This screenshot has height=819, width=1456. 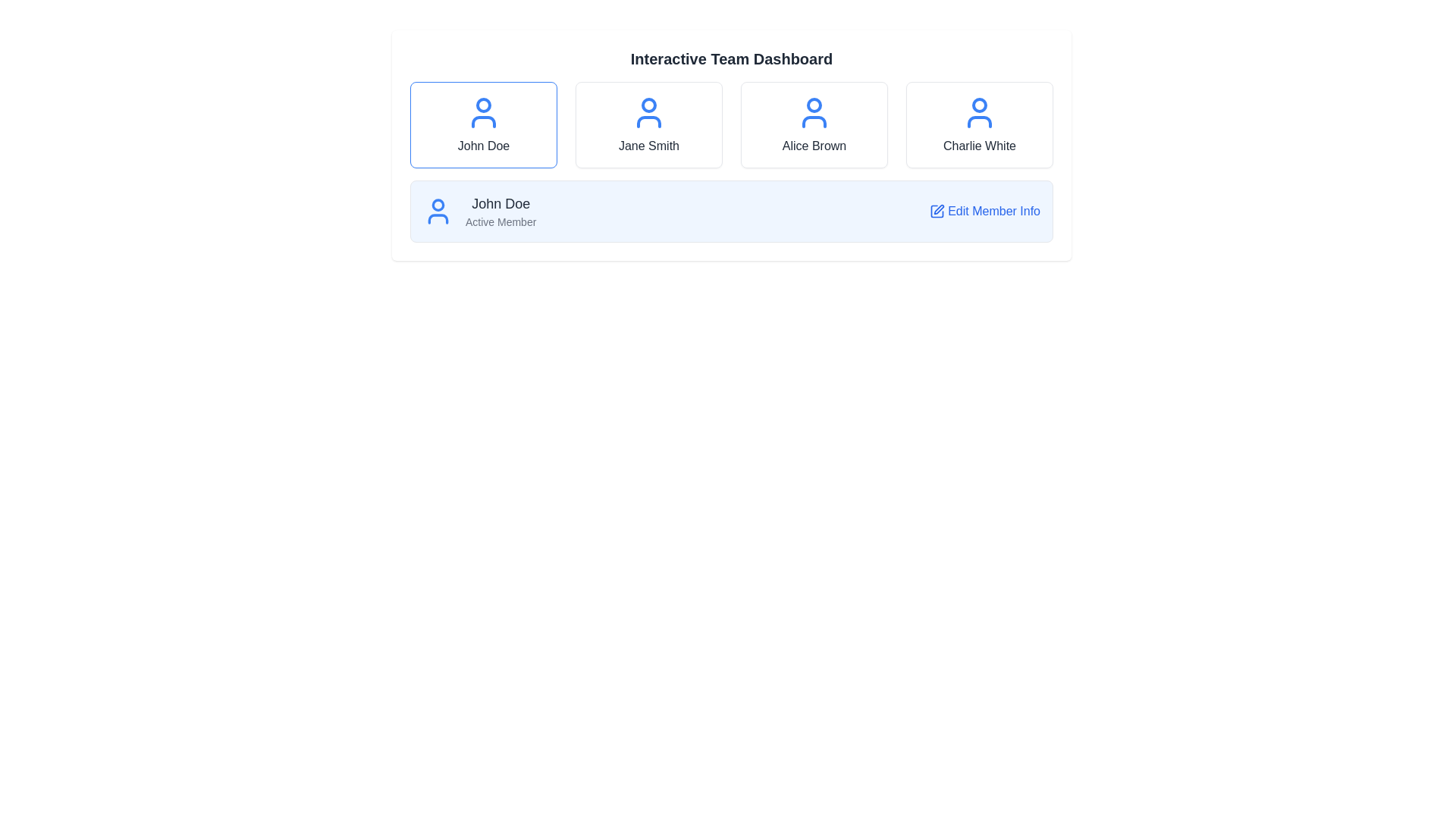 I want to click on the blue 'Edit Member Info' hyperlink with a pen icon located in the highlighted card section for user 'John Doe', so click(x=985, y=211).